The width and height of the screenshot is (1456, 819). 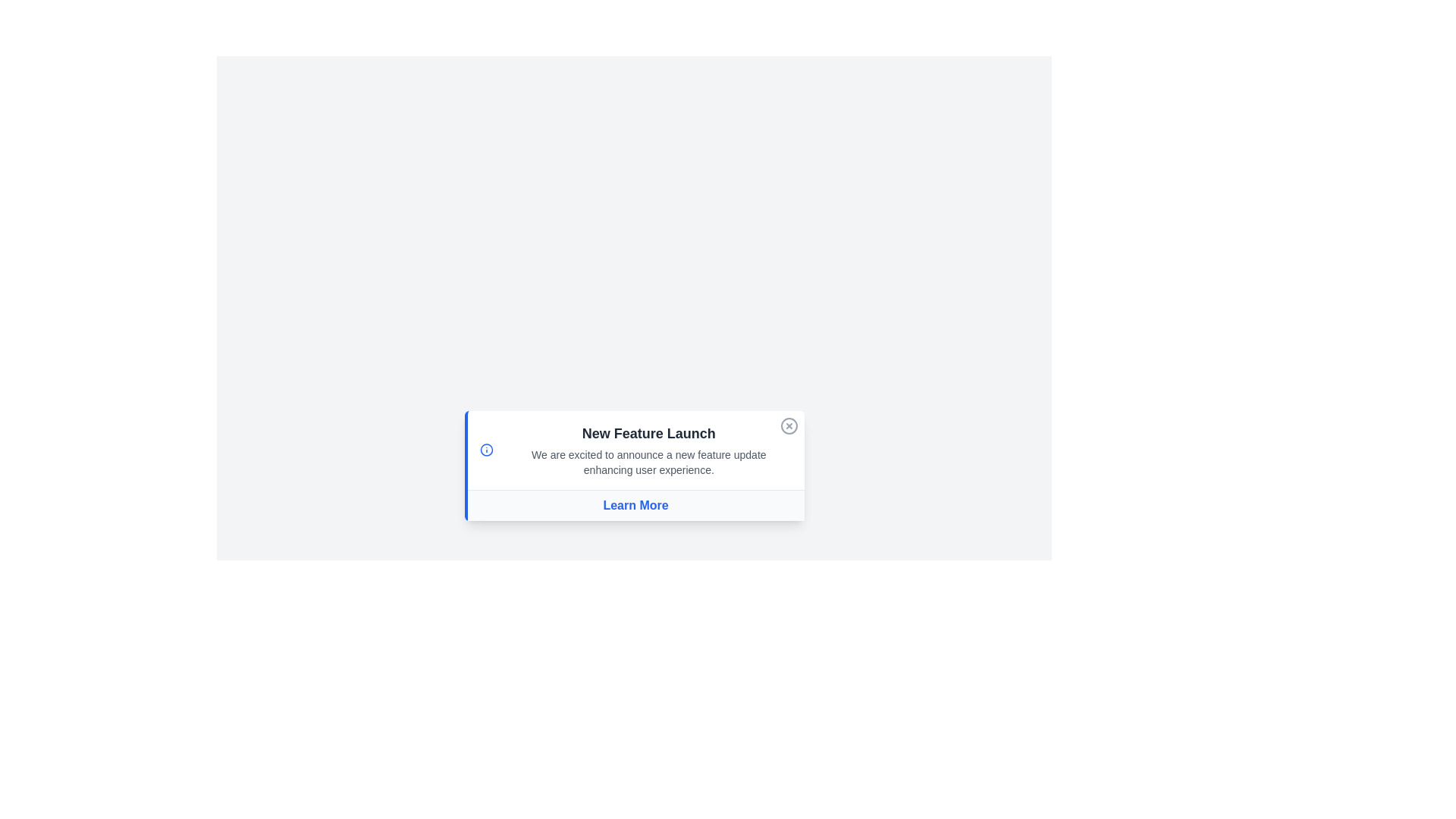 What do you see at coordinates (635, 505) in the screenshot?
I see `the 'Learn More' button` at bounding box center [635, 505].